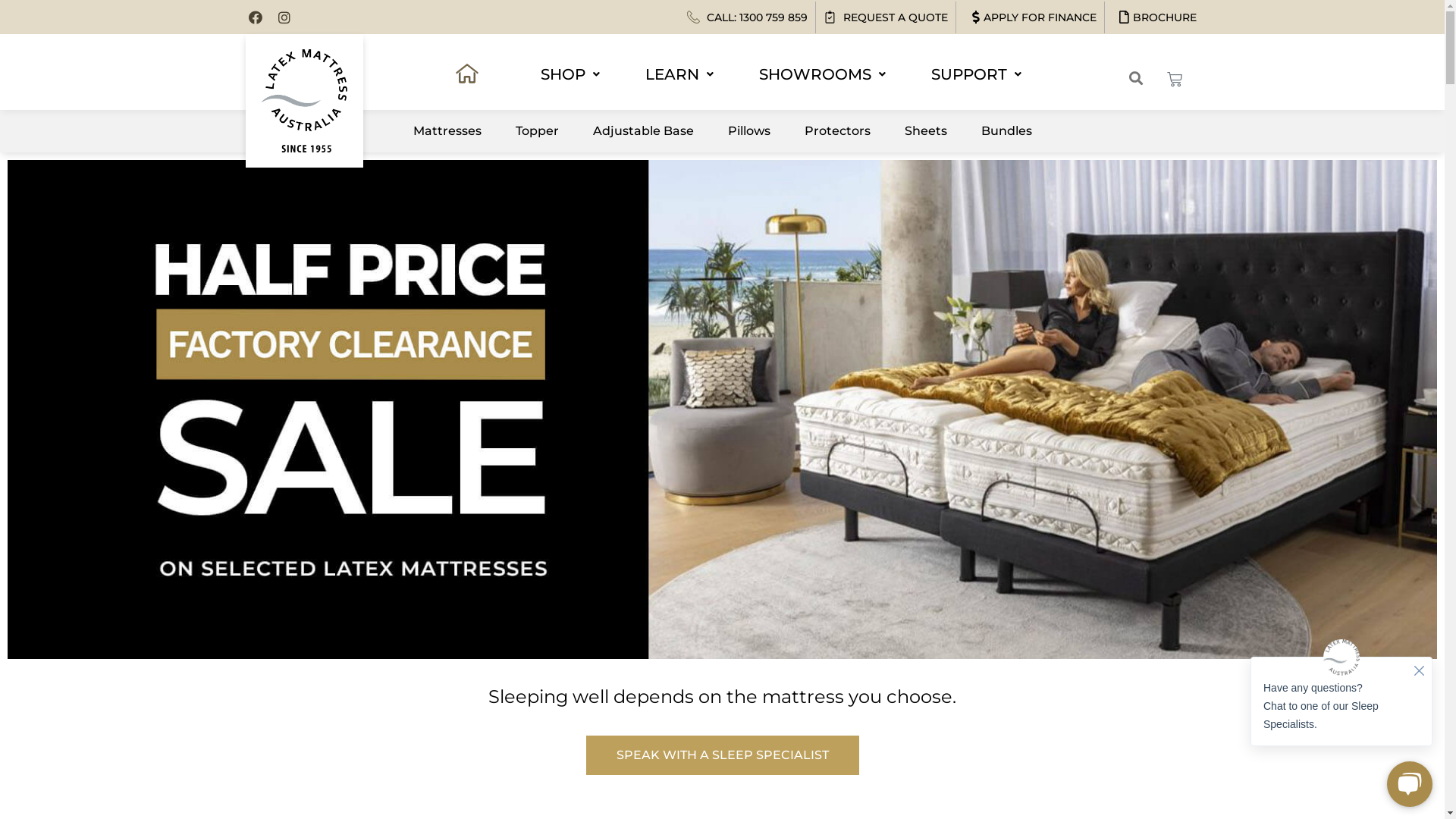  What do you see at coordinates (1173, 79) in the screenshot?
I see `'CART'` at bounding box center [1173, 79].